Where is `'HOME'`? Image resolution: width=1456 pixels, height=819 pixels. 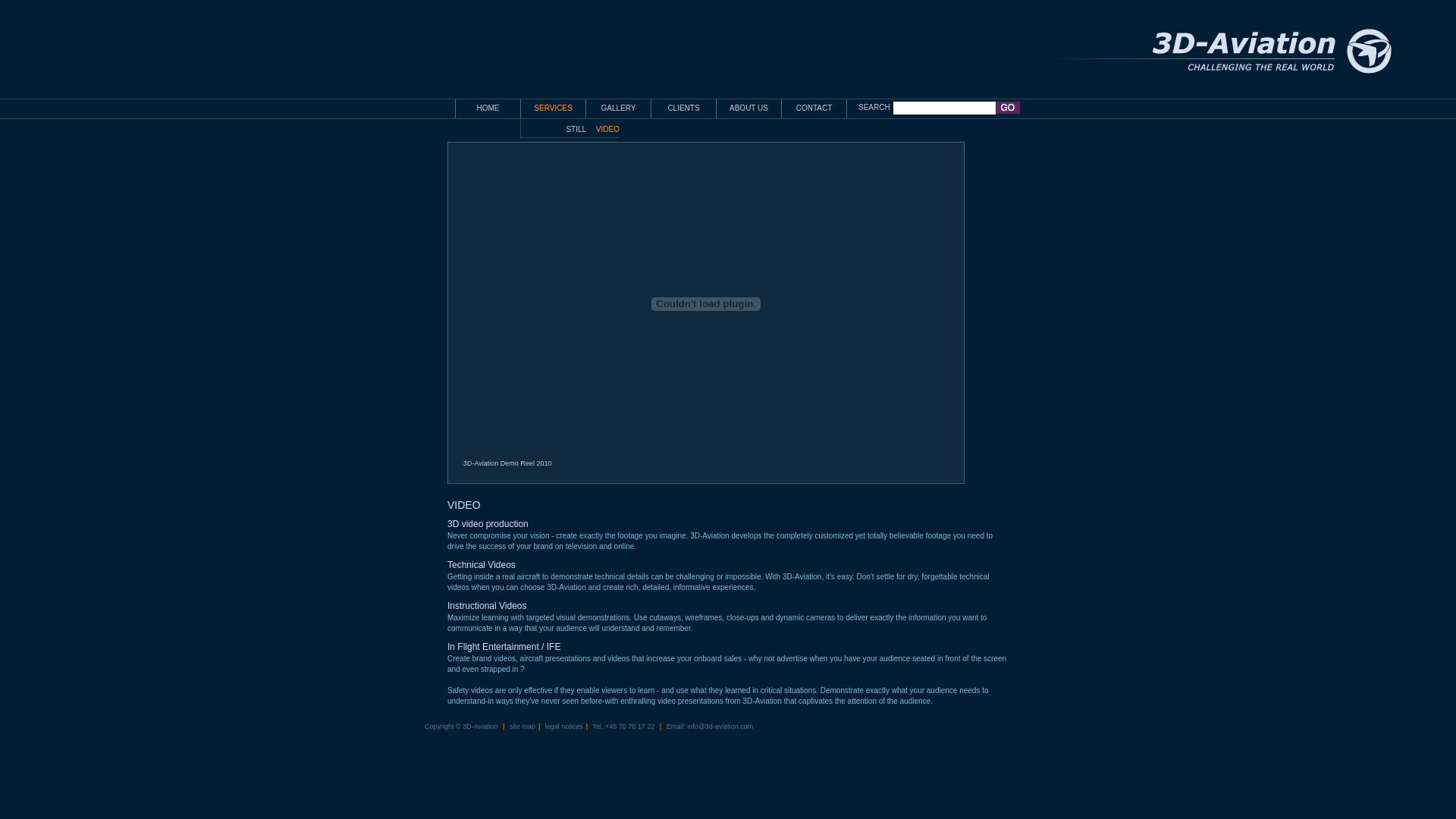
'HOME' is located at coordinates (454, 108).